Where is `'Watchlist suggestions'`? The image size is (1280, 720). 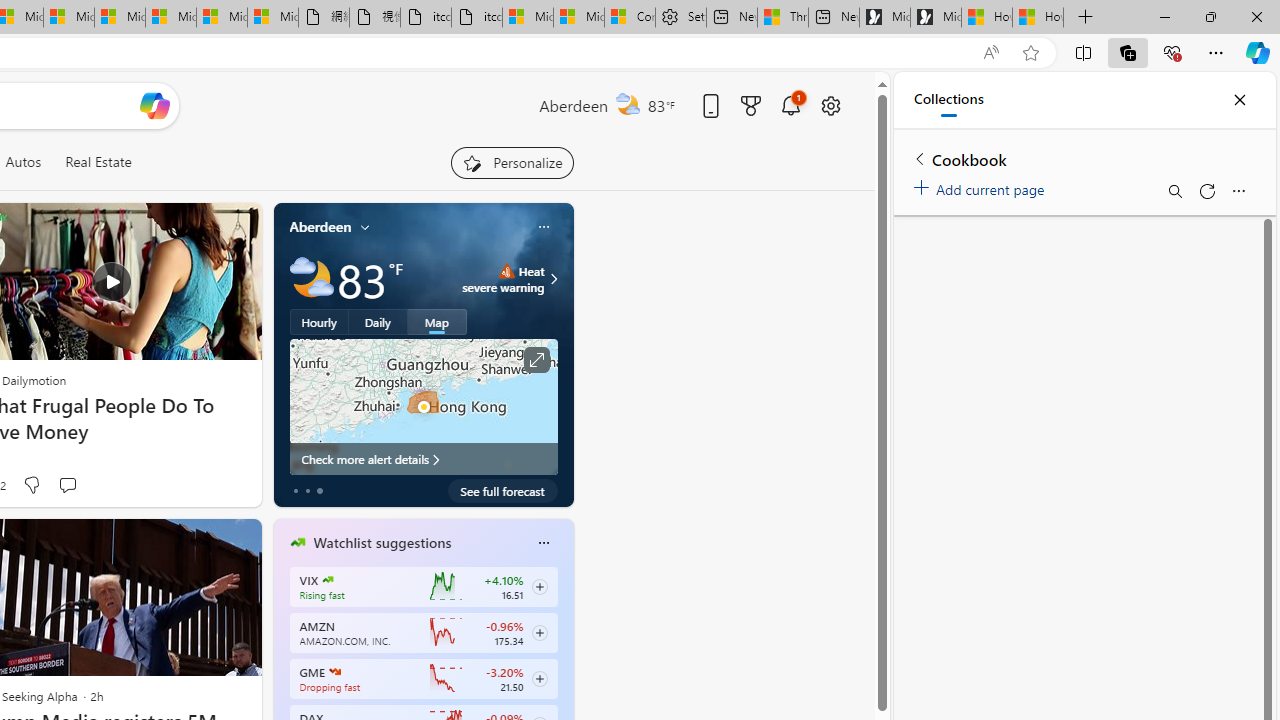 'Watchlist suggestions' is located at coordinates (382, 543).